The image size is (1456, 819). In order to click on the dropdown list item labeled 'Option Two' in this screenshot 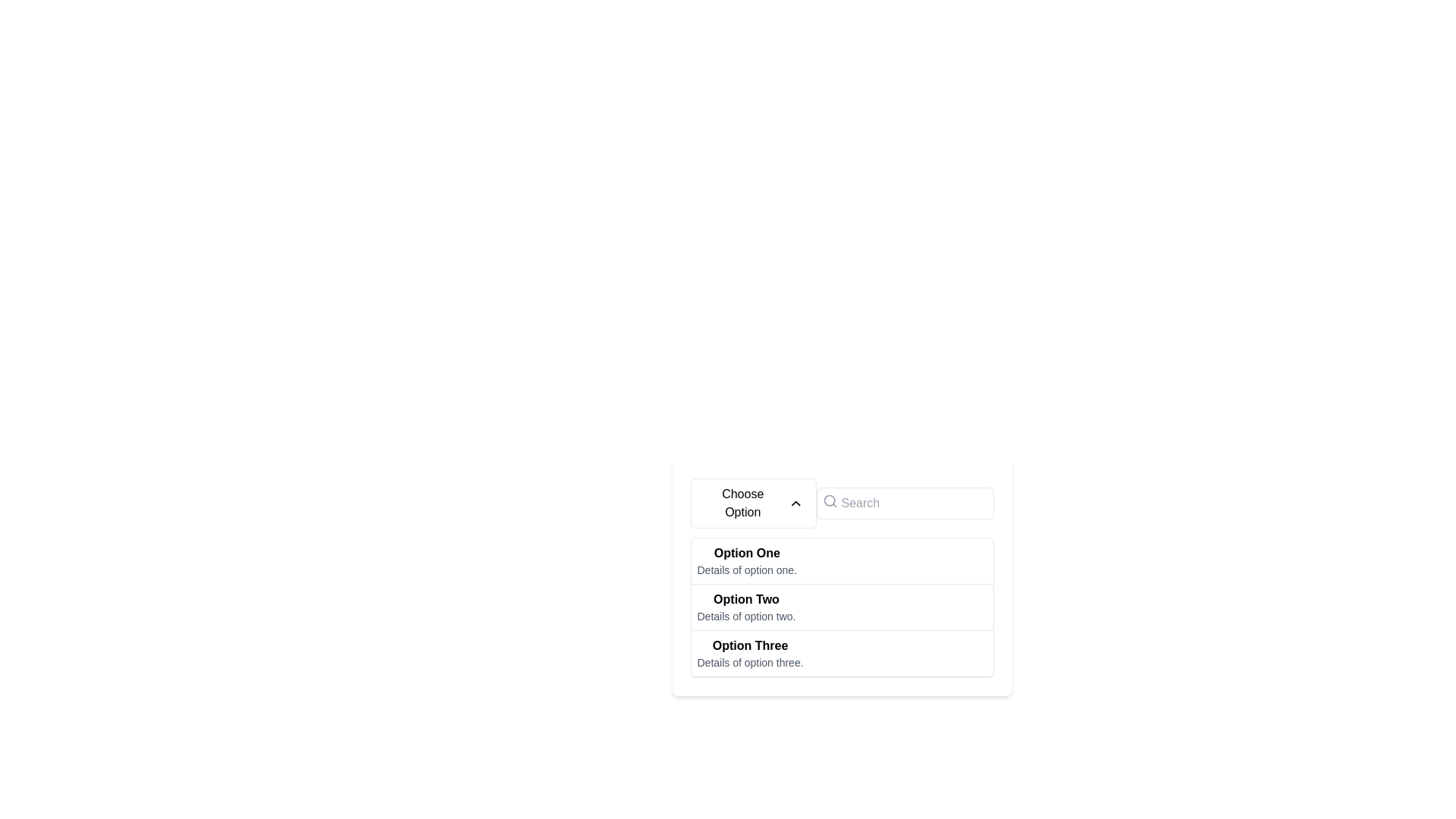, I will do `click(746, 607)`.